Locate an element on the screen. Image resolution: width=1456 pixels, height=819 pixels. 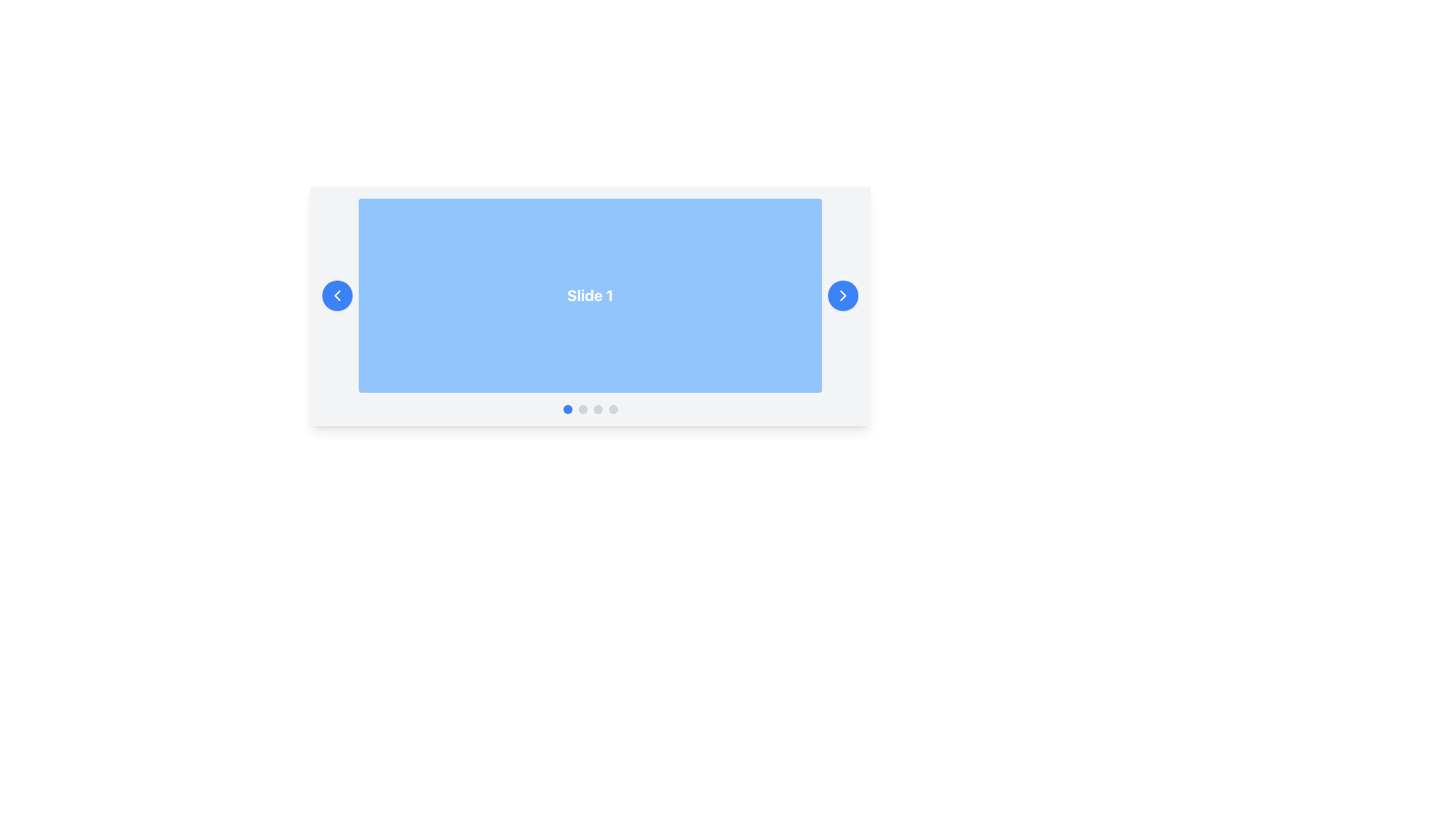
the right-pointing arrow icon embedded within the circular blue button is located at coordinates (843, 295).